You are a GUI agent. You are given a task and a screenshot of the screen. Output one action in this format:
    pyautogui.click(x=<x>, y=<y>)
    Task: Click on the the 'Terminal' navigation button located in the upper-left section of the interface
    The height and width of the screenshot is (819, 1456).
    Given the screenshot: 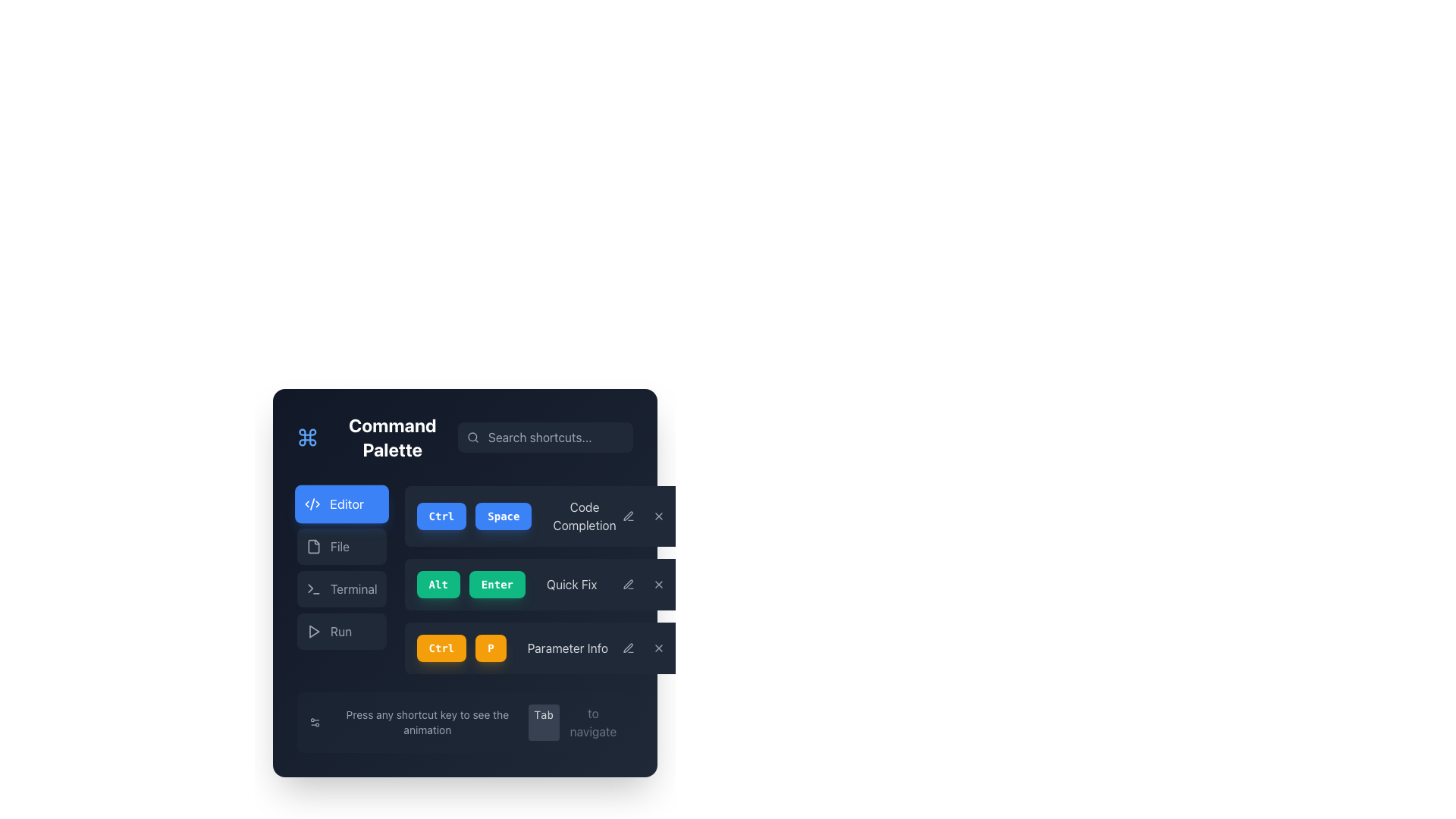 What is the action you would take?
    pyautogui.click(x=340, y=579)
    